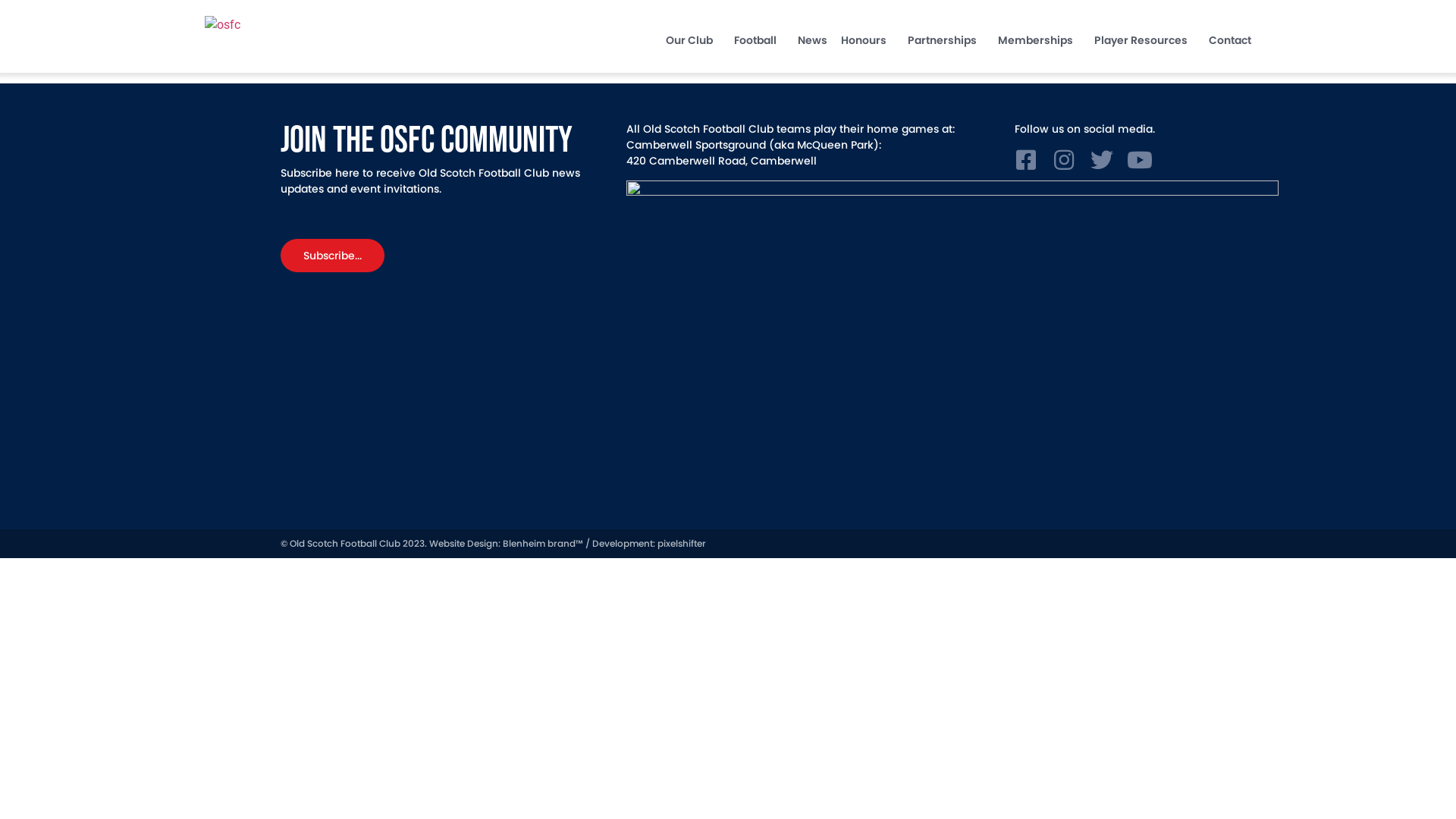  What do you see at coordinates (331, 254) in the screenshot?
I see `'Subscribe...'` at bounding box center [331, 254].